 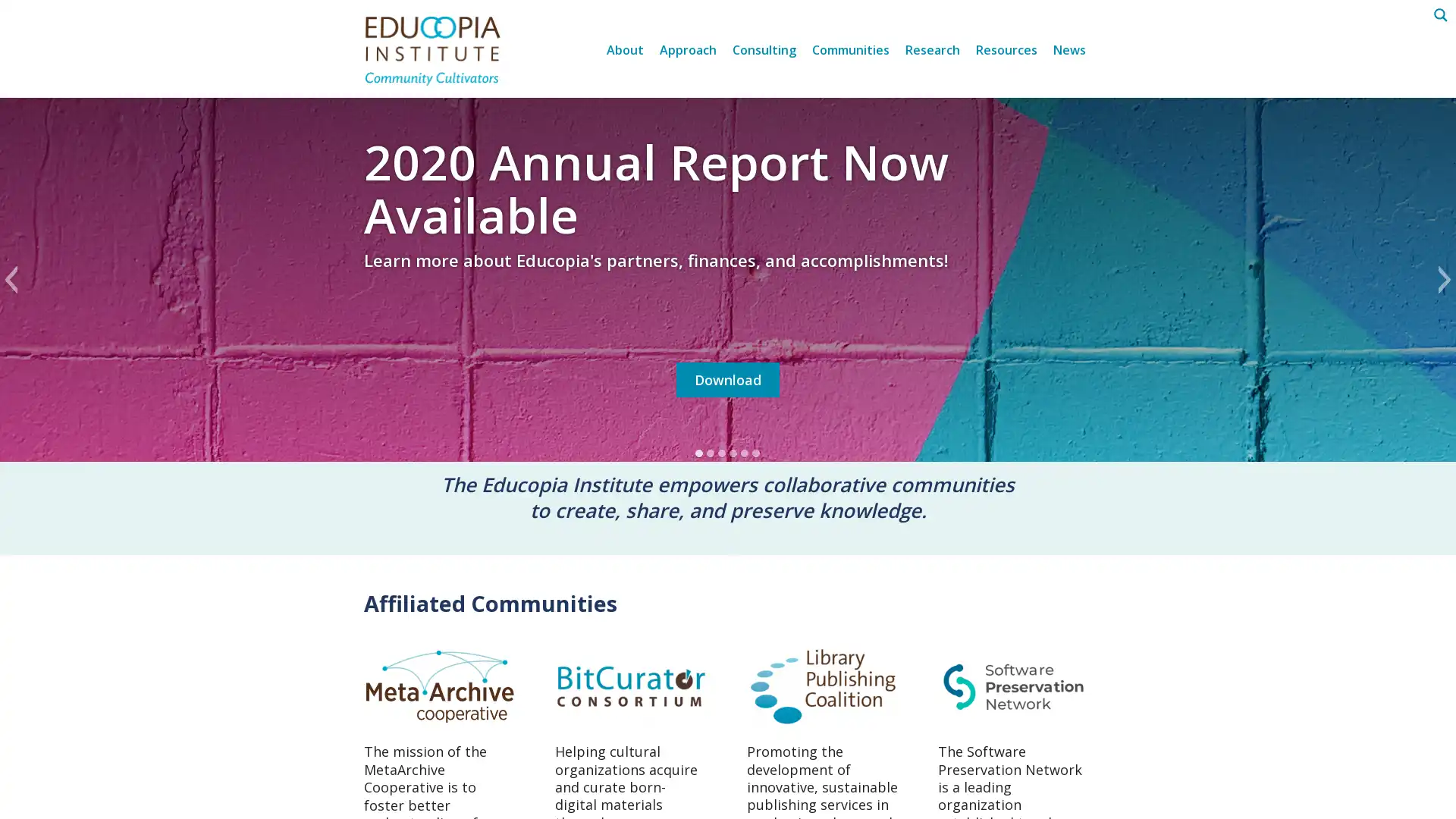 I want to click on Go to slide 6, so click(x=756, y=453).